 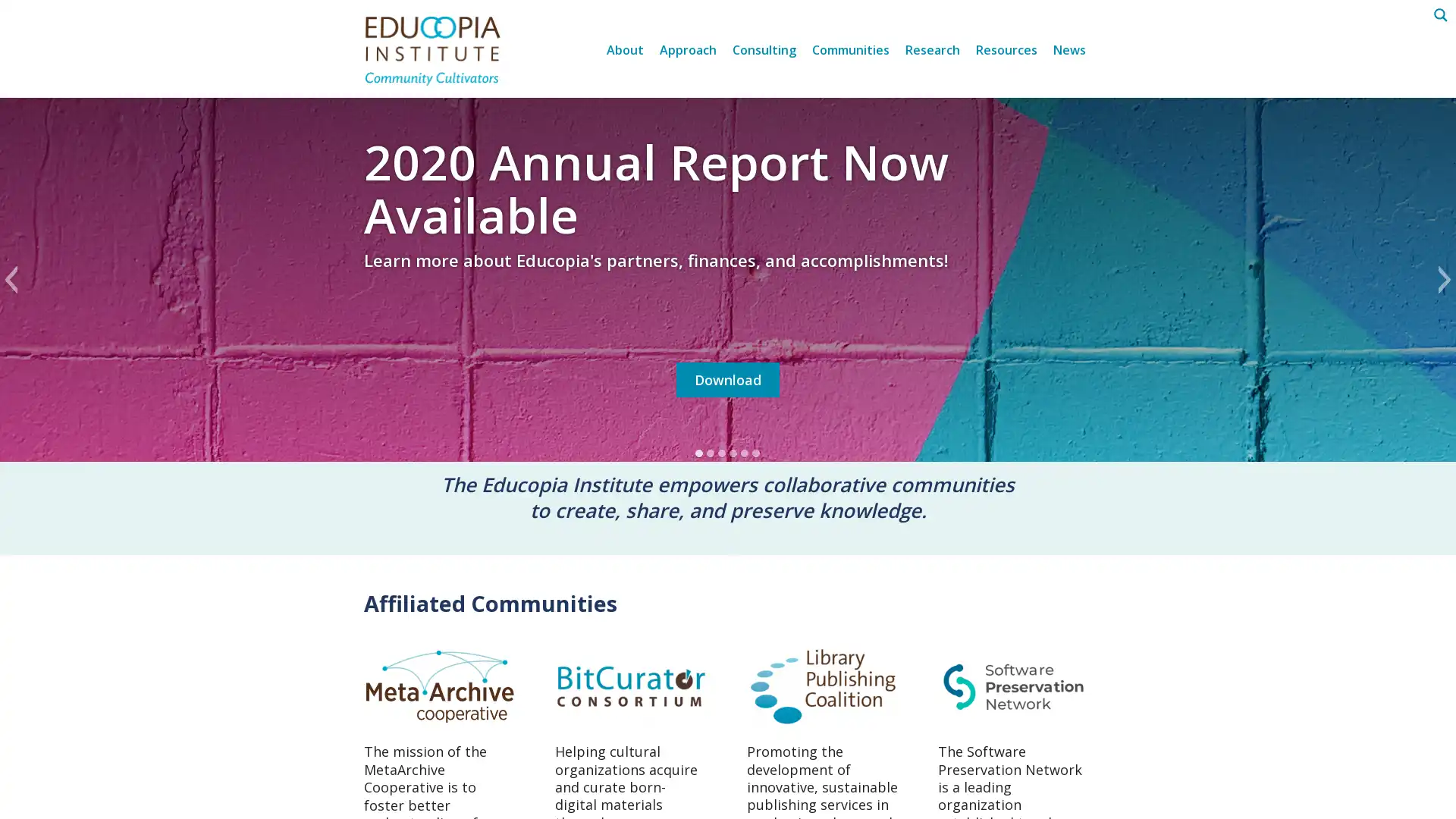 I want to click on Go to slide 6, so click(x=756, y=453).